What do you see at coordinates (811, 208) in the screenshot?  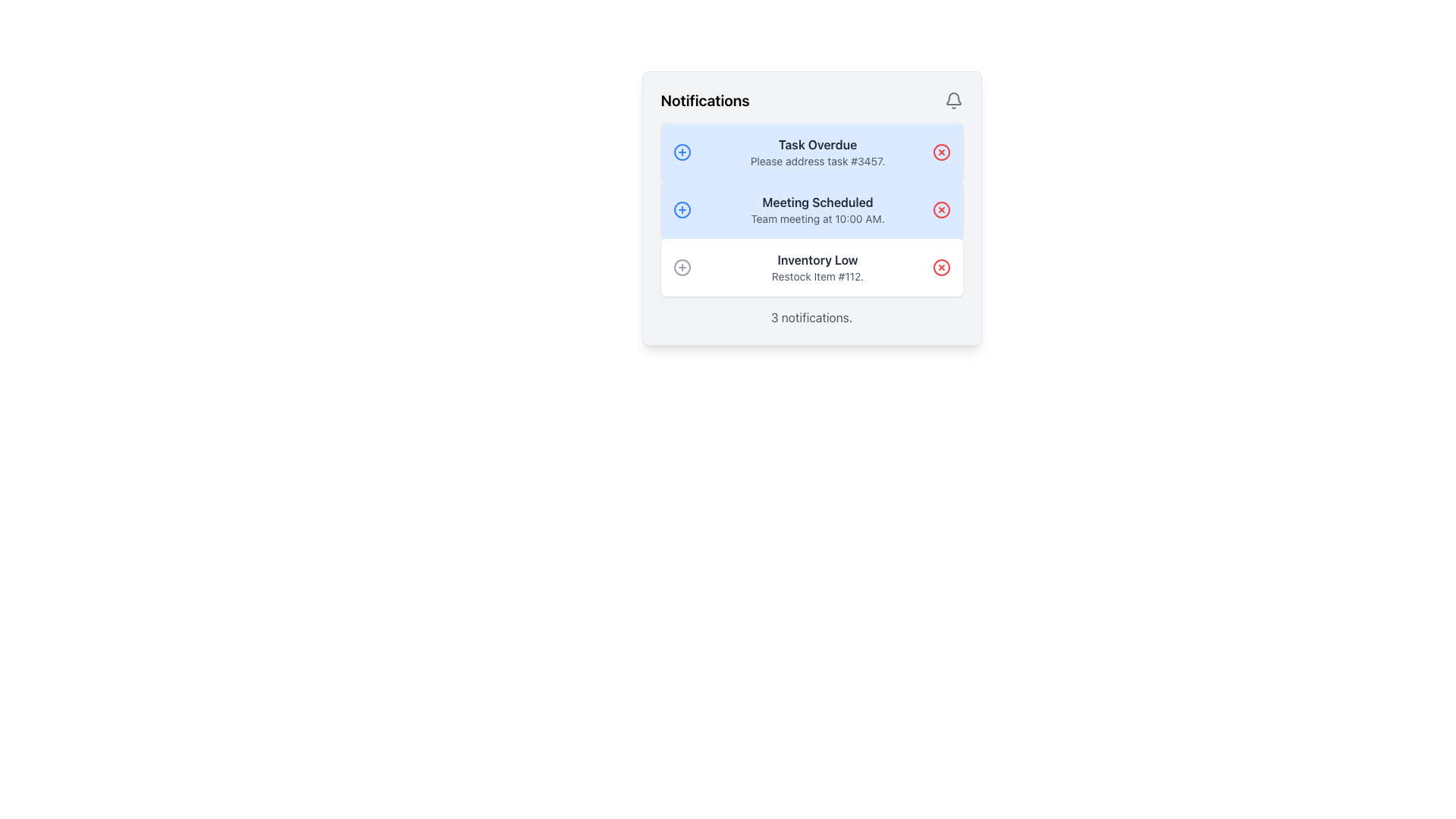 I see `the Notification panel, which displays an overview of tasks or events requiring attention` at bounding box center [811, 208].